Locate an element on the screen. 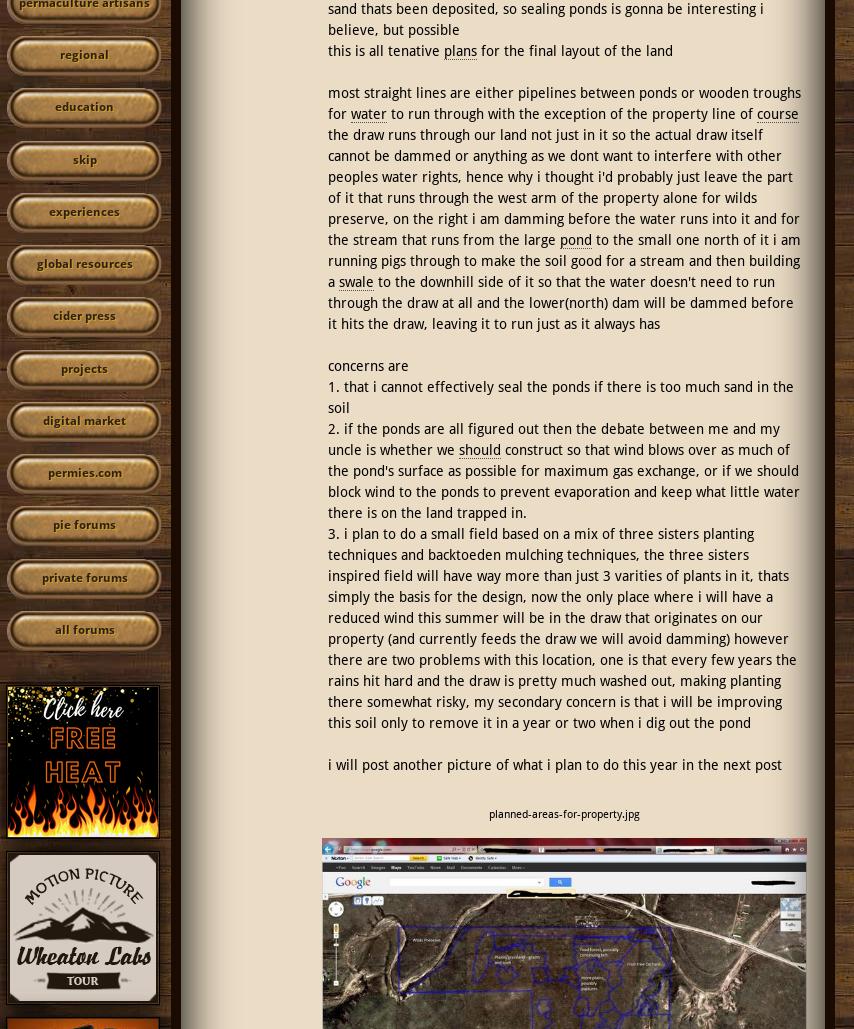 Image resolution: width=854 pixels, height=1029 pixels. 'to the small one north of it i am running pigs through to make the soil good for a stream and then building a' is located at coordinates (562, 259).